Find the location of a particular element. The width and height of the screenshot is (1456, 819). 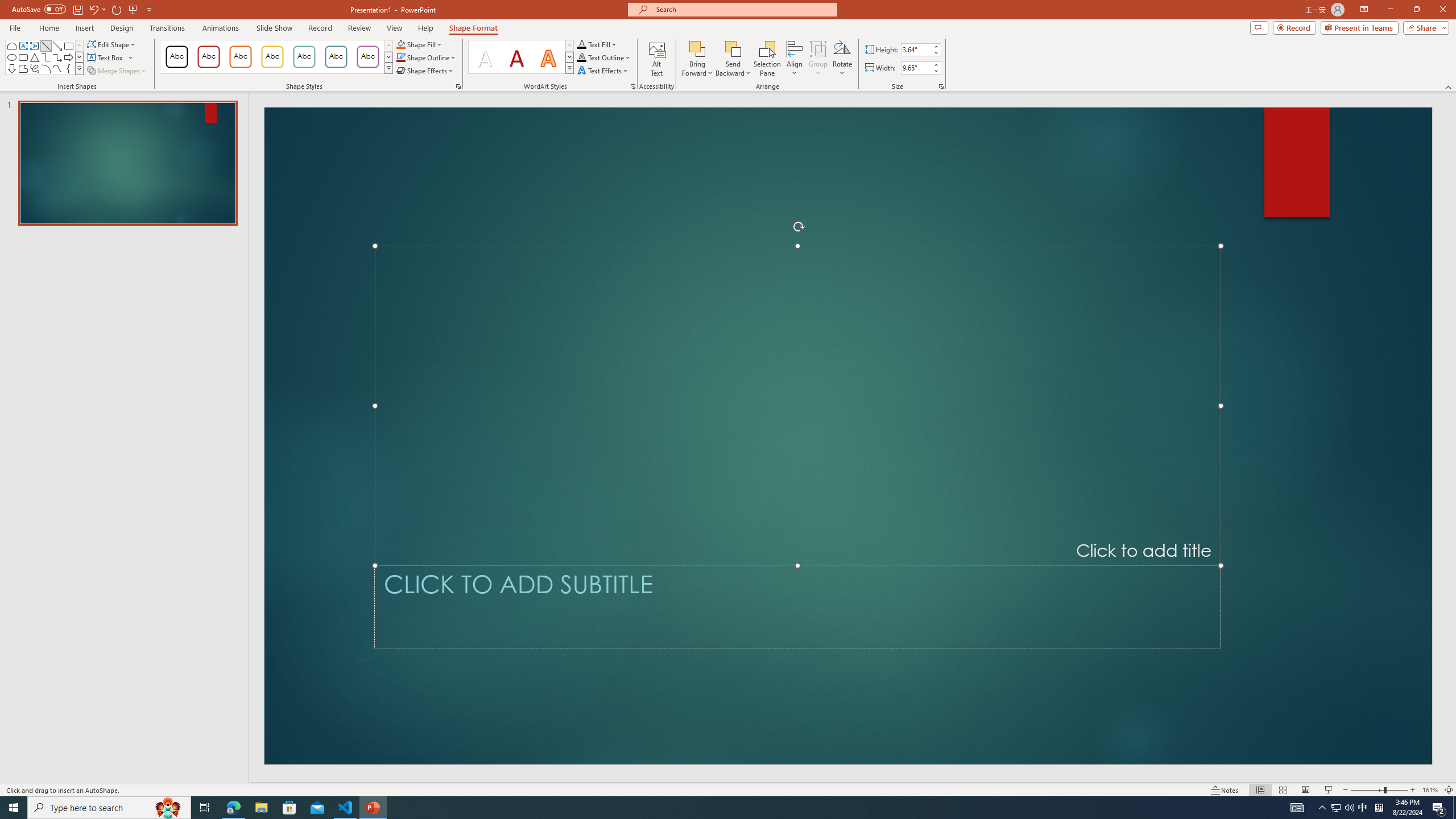

'Left Brace' is located at coordinates (68, 68).